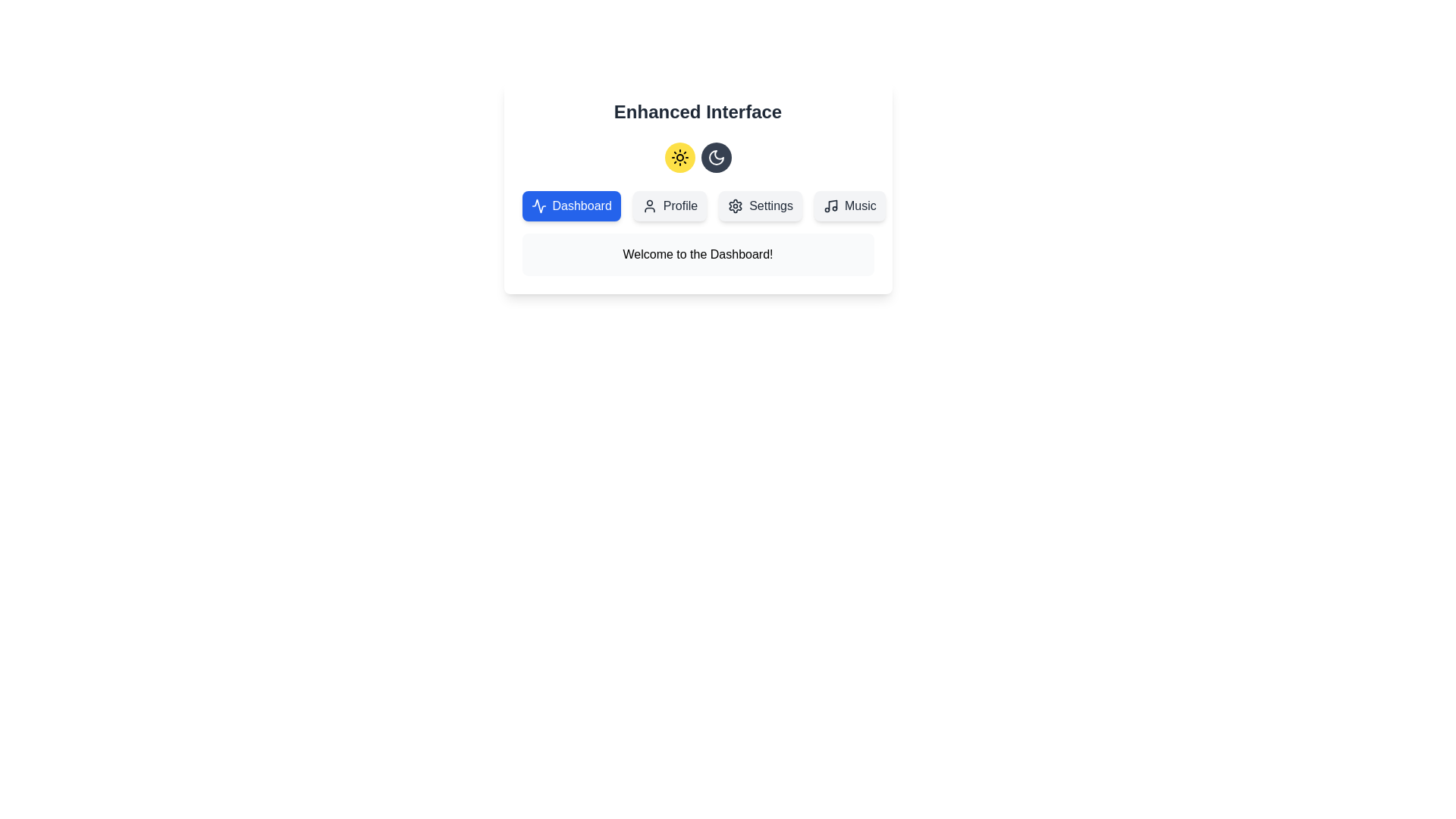  What do you see at coordinates (570, 206) in the screenshot?
I see `the 'Dashboard' navigation button, which features bold white text on a blue background with an activity-like icon on its left` at bounding box center [570, 206].